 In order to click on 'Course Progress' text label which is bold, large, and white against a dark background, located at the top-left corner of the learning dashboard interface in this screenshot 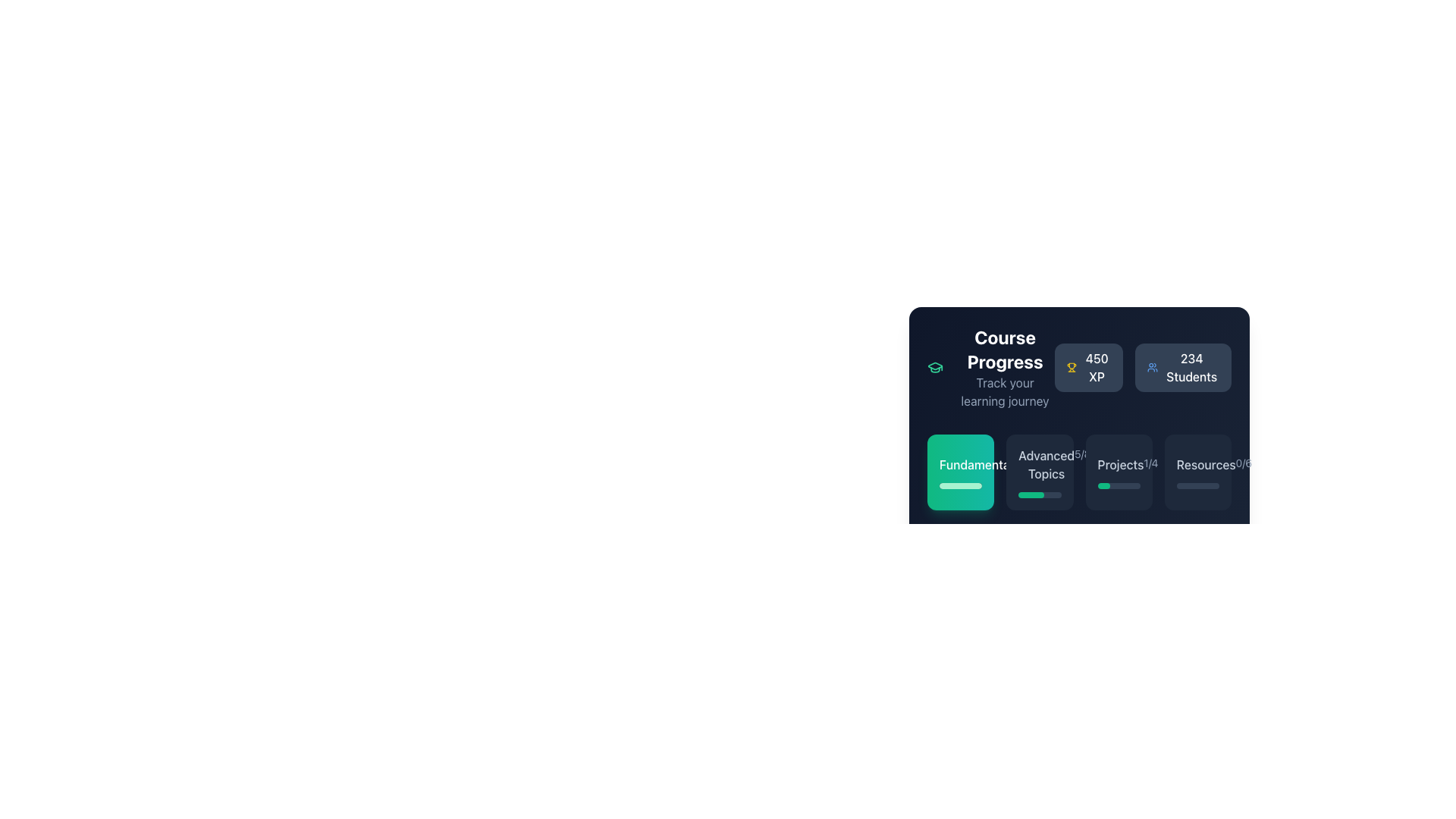, I will do `click(1005, 350)`.